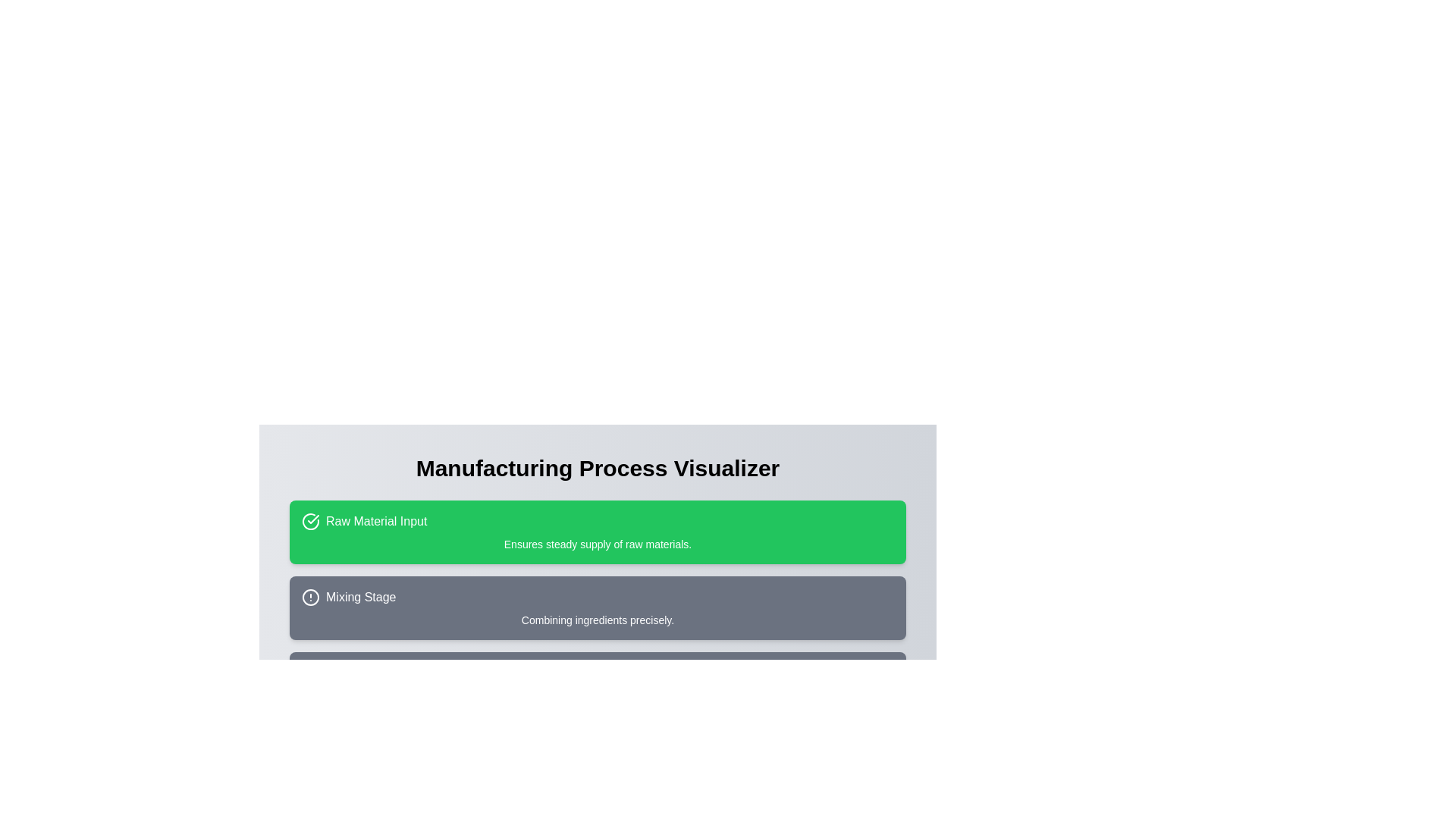  Describe the element at coordinates (376, 520) in the screenshot. I see `the label displaying 'Raw Material Input' with white text on a green background, located to the right of a checkmark icon` at that location.